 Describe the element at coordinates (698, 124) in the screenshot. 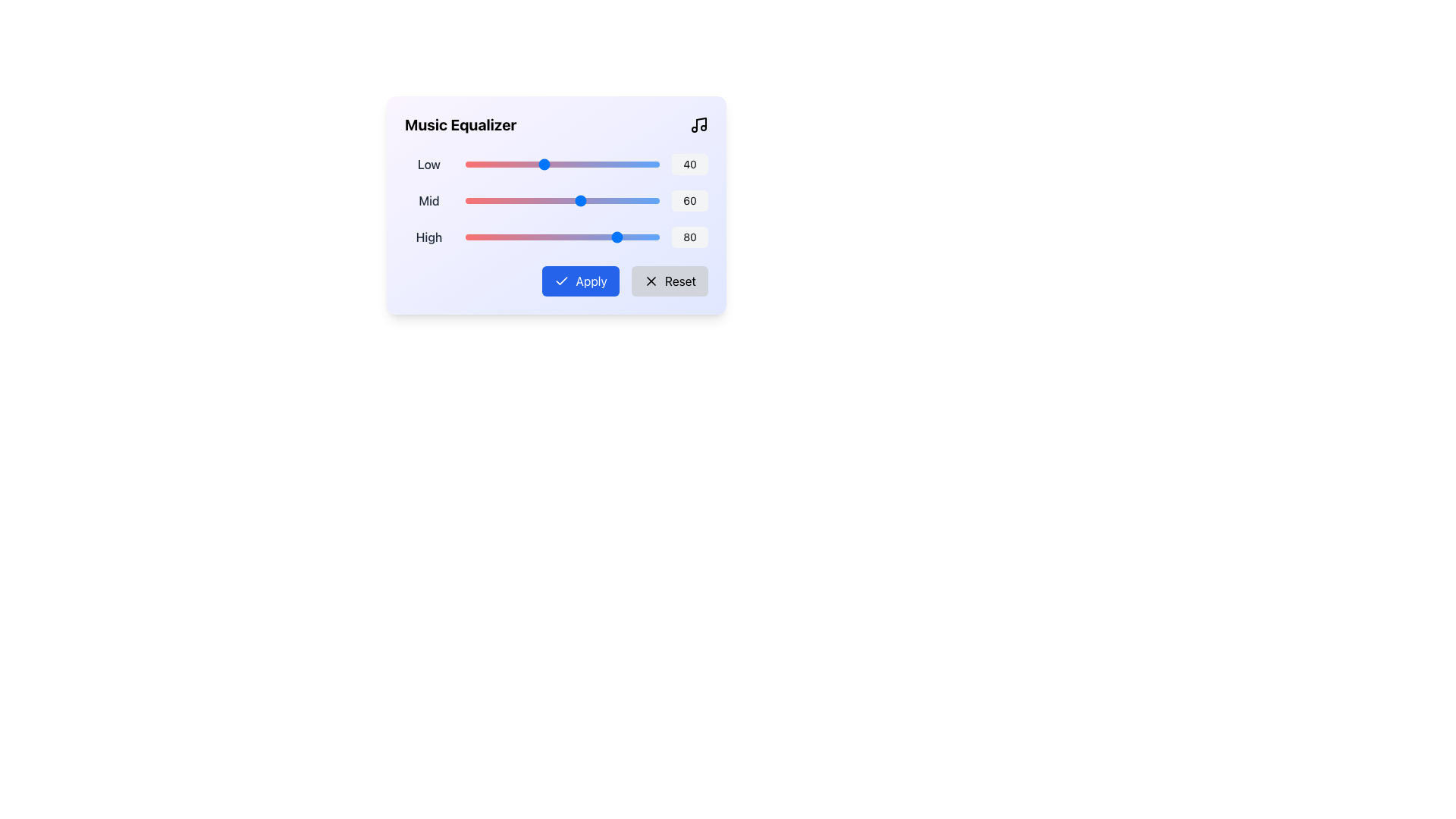

I see `the music icon that symbolizes sound settings, positioned to the right of the 'Music Equalizer' label` at that location.